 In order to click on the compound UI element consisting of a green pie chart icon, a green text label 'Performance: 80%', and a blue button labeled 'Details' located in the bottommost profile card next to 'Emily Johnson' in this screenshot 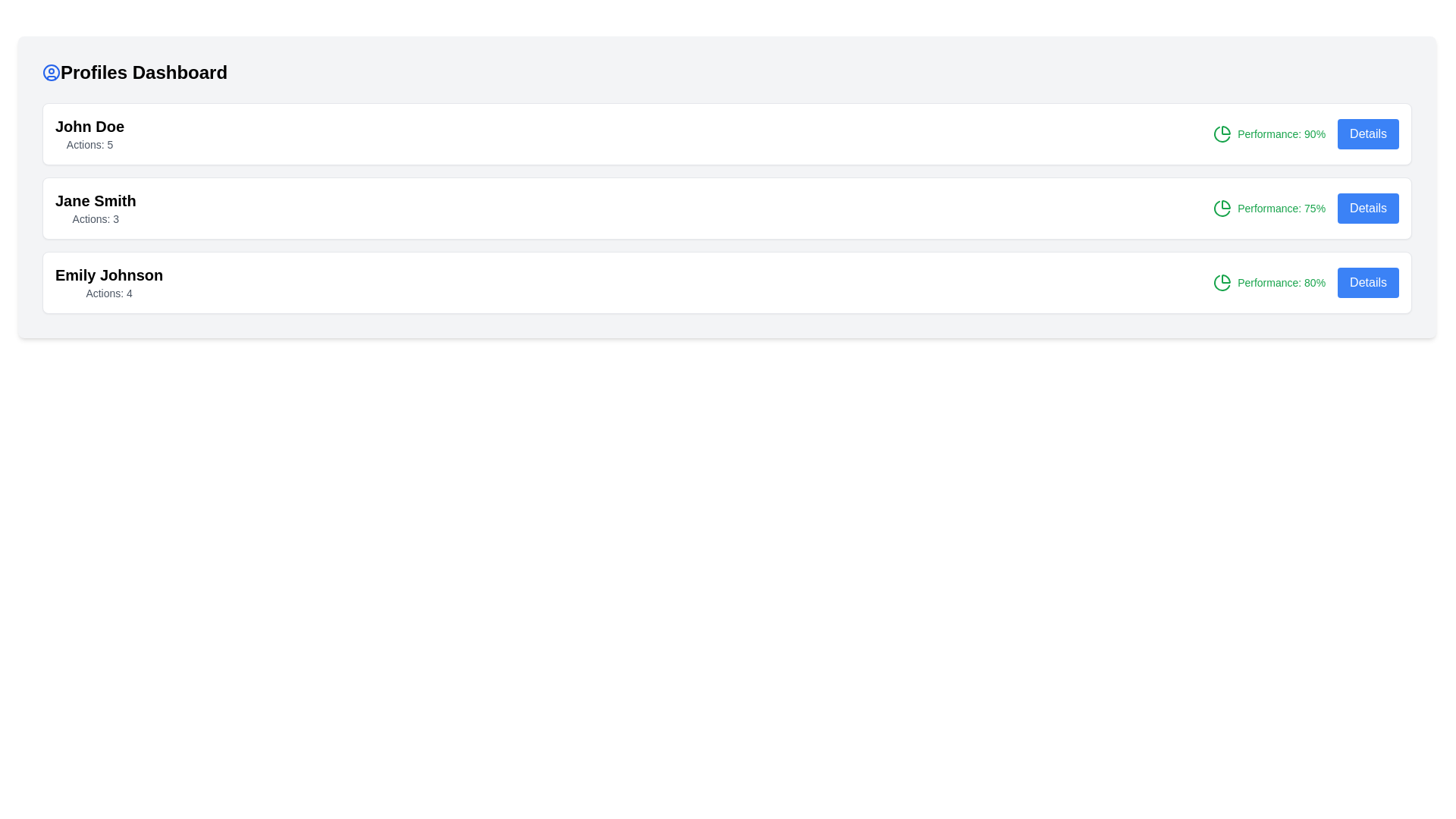, I will do `click(1305, 283)`.